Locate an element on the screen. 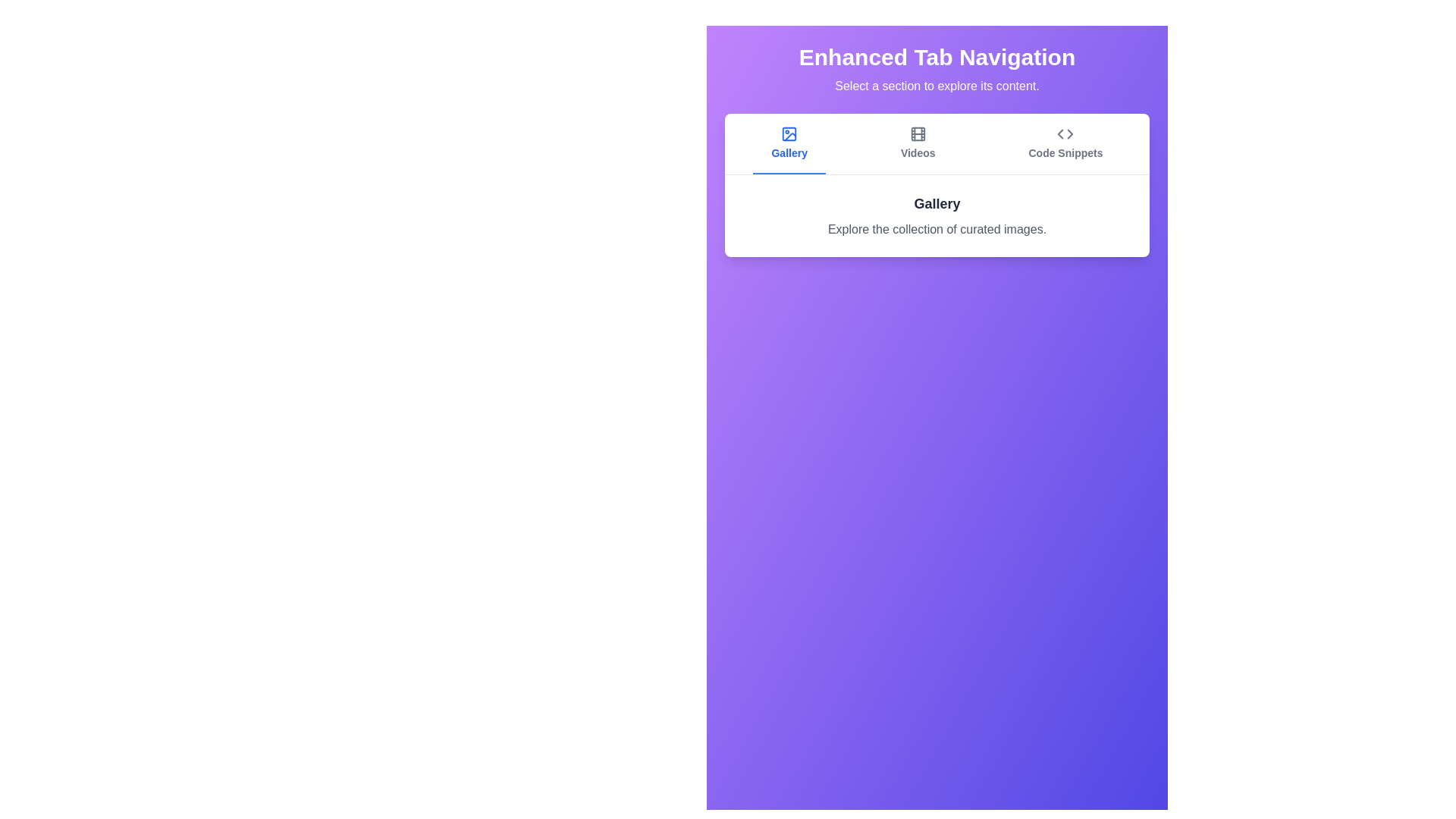  the icon of the Code Snippets tab is located at coordinates (1065, 133).